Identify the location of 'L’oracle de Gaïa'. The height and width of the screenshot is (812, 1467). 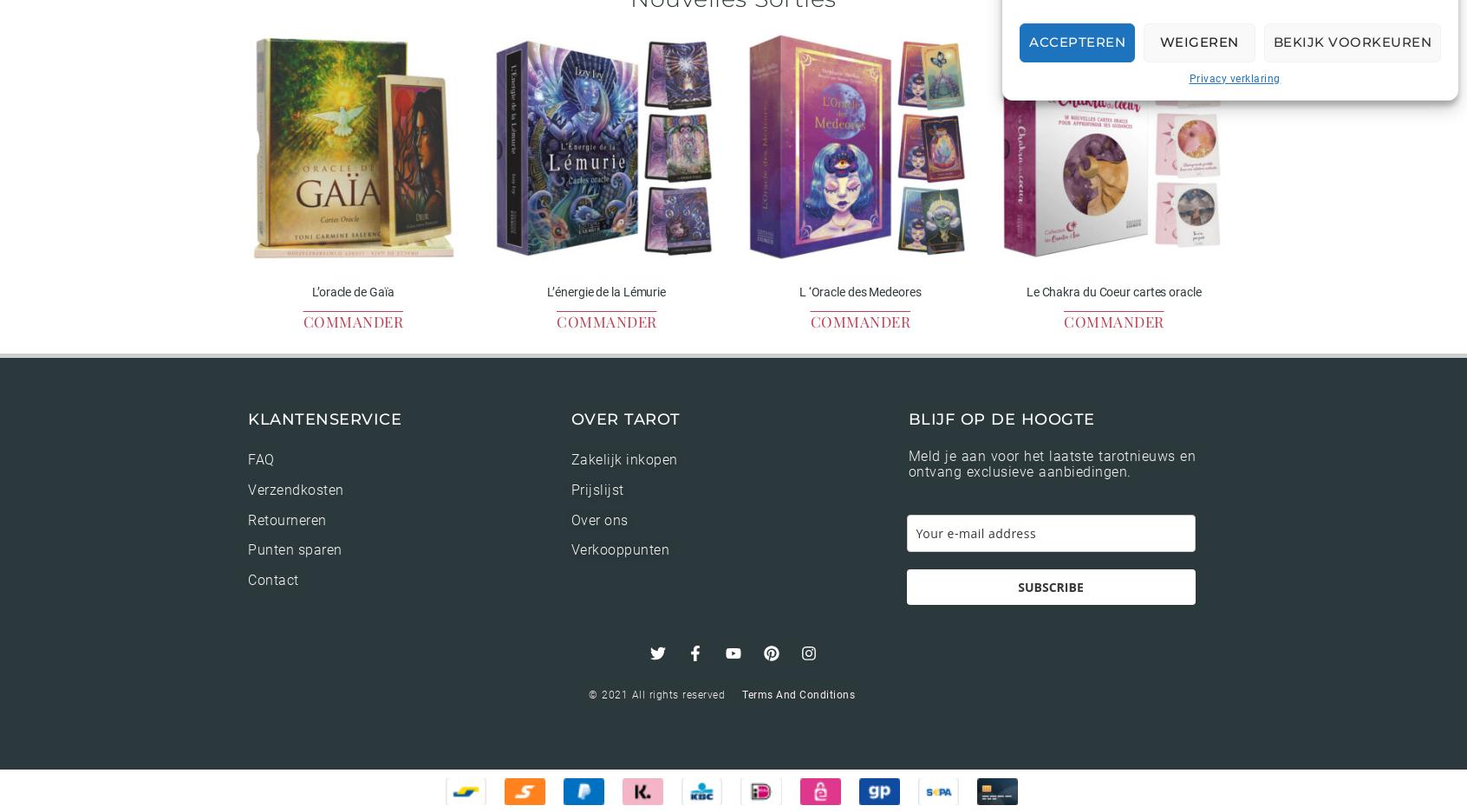
(352, 291).